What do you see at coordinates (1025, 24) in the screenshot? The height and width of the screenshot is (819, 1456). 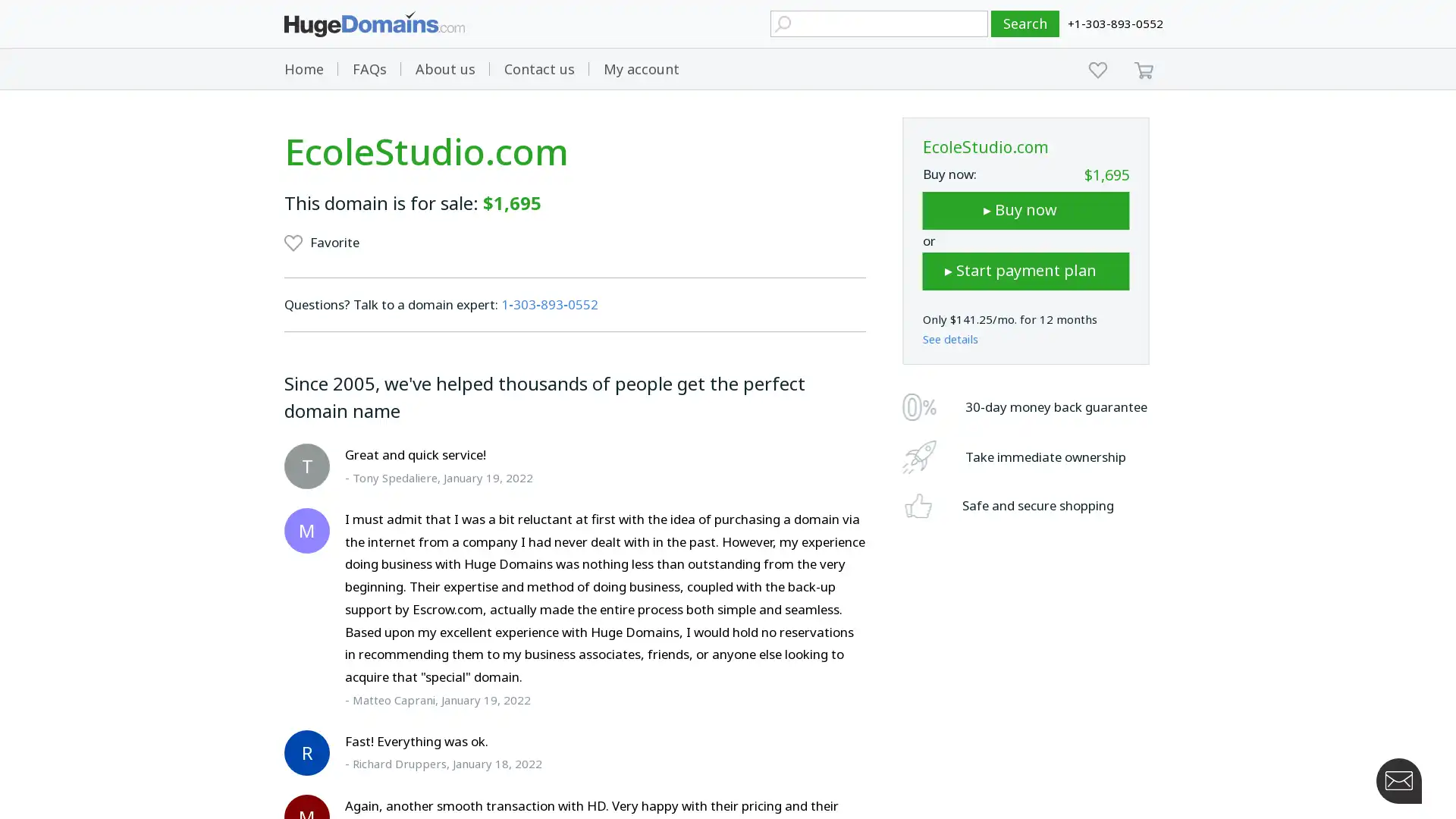 I see `Search` at bounding box center [1025, 24].